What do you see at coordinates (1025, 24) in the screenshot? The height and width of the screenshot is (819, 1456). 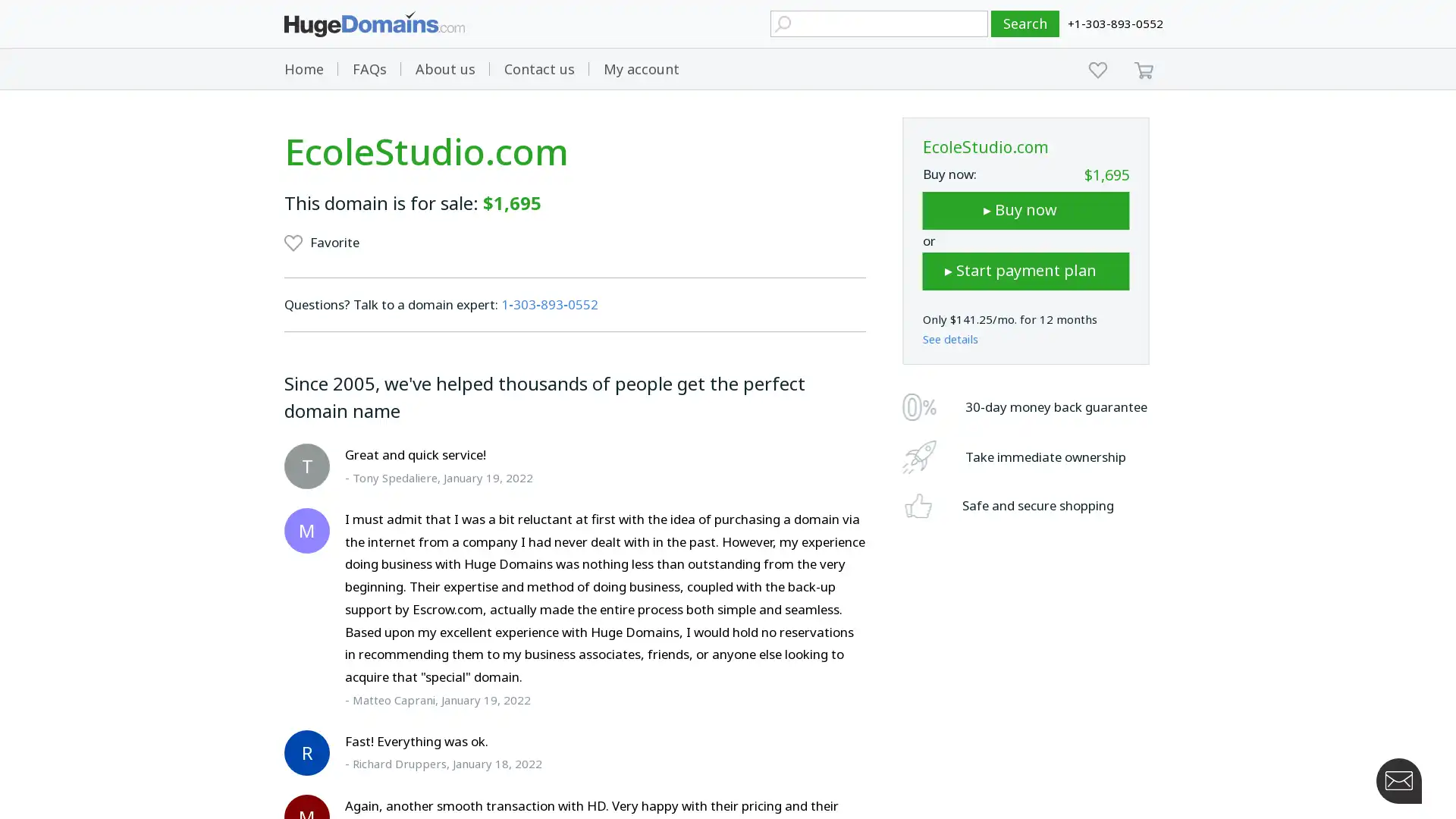 I see `Search` at bounding box center [1025, 24].